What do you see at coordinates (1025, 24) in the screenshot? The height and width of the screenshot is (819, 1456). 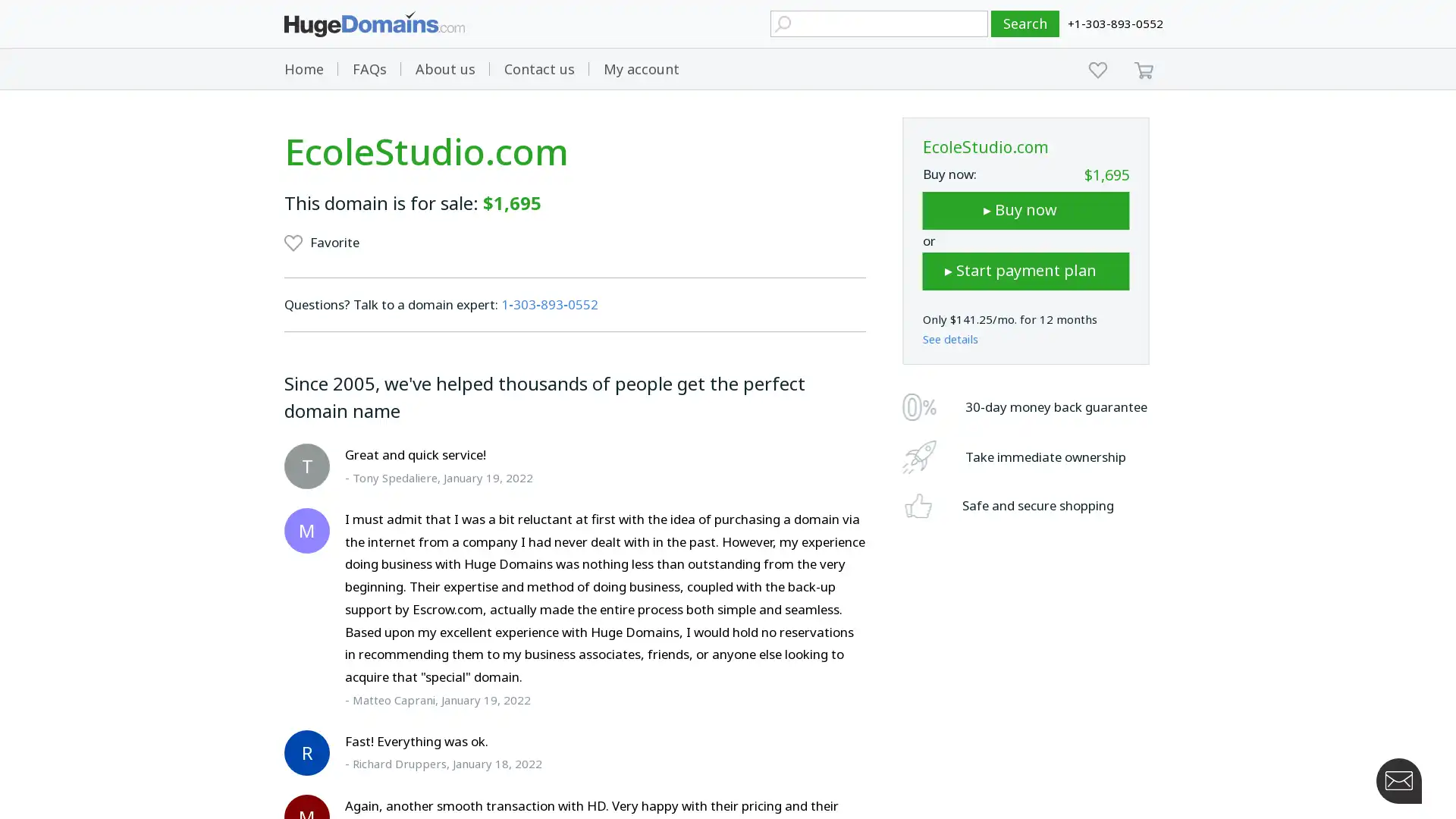 I see `Search` at bounding box center [1025, 24].